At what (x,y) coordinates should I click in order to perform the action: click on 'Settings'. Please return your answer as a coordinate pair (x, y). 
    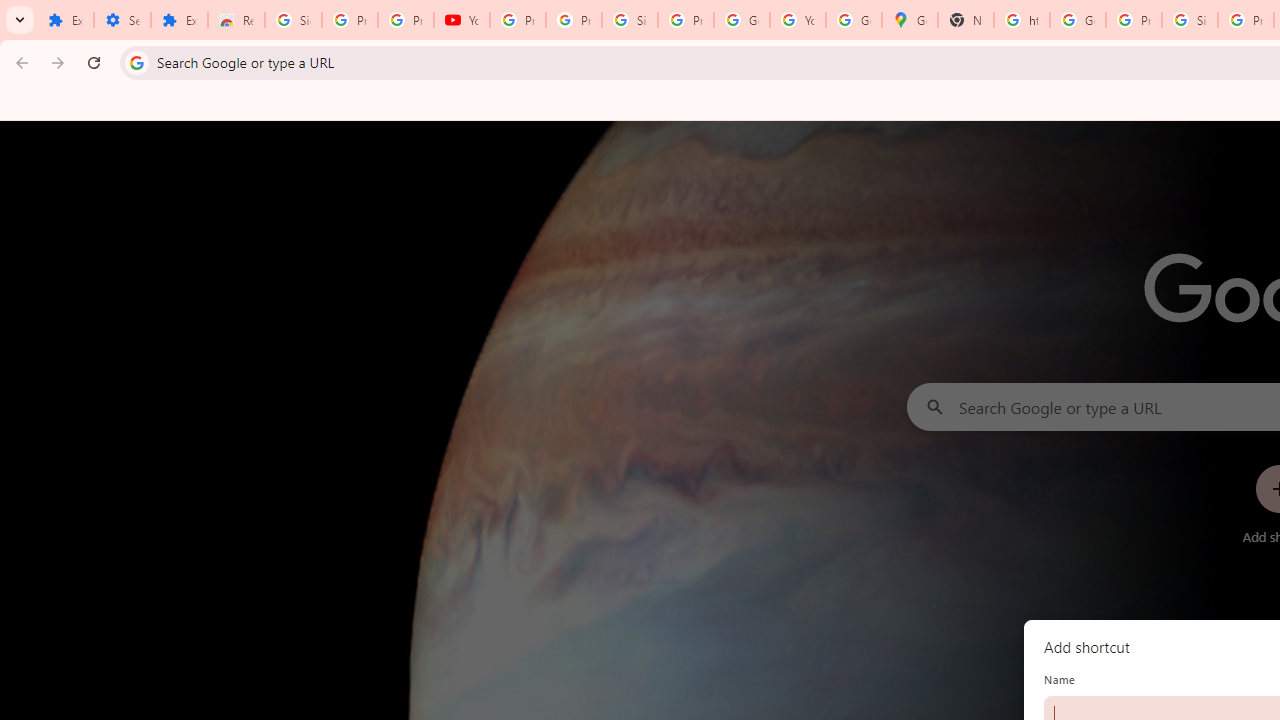
    Looking at the image, I should click on (121, 20).